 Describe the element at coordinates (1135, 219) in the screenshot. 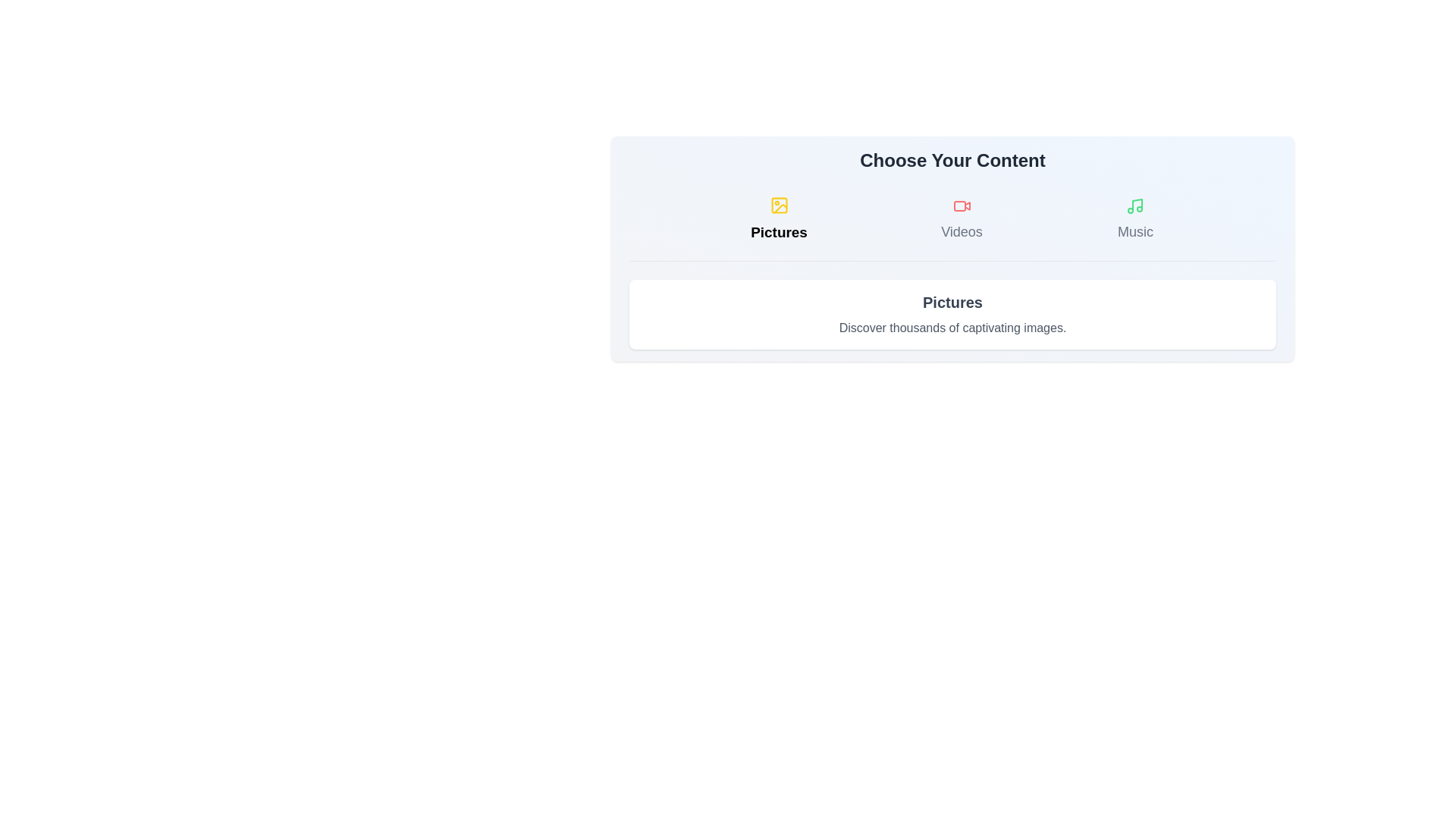

I see `the Music tab to switch content` at that location.